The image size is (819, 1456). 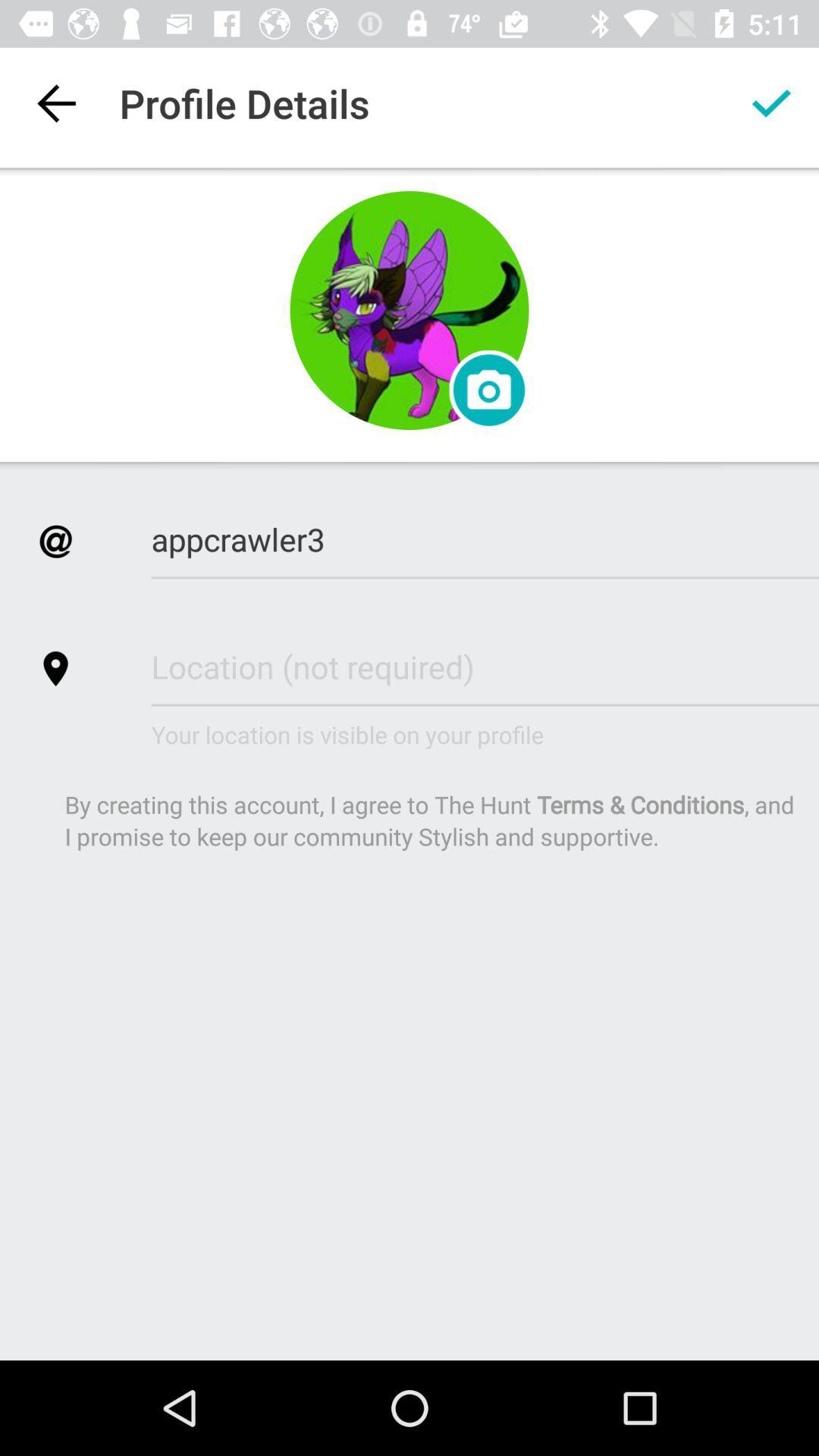 I want to click on edit profile picture, so click(x=409, y=309).